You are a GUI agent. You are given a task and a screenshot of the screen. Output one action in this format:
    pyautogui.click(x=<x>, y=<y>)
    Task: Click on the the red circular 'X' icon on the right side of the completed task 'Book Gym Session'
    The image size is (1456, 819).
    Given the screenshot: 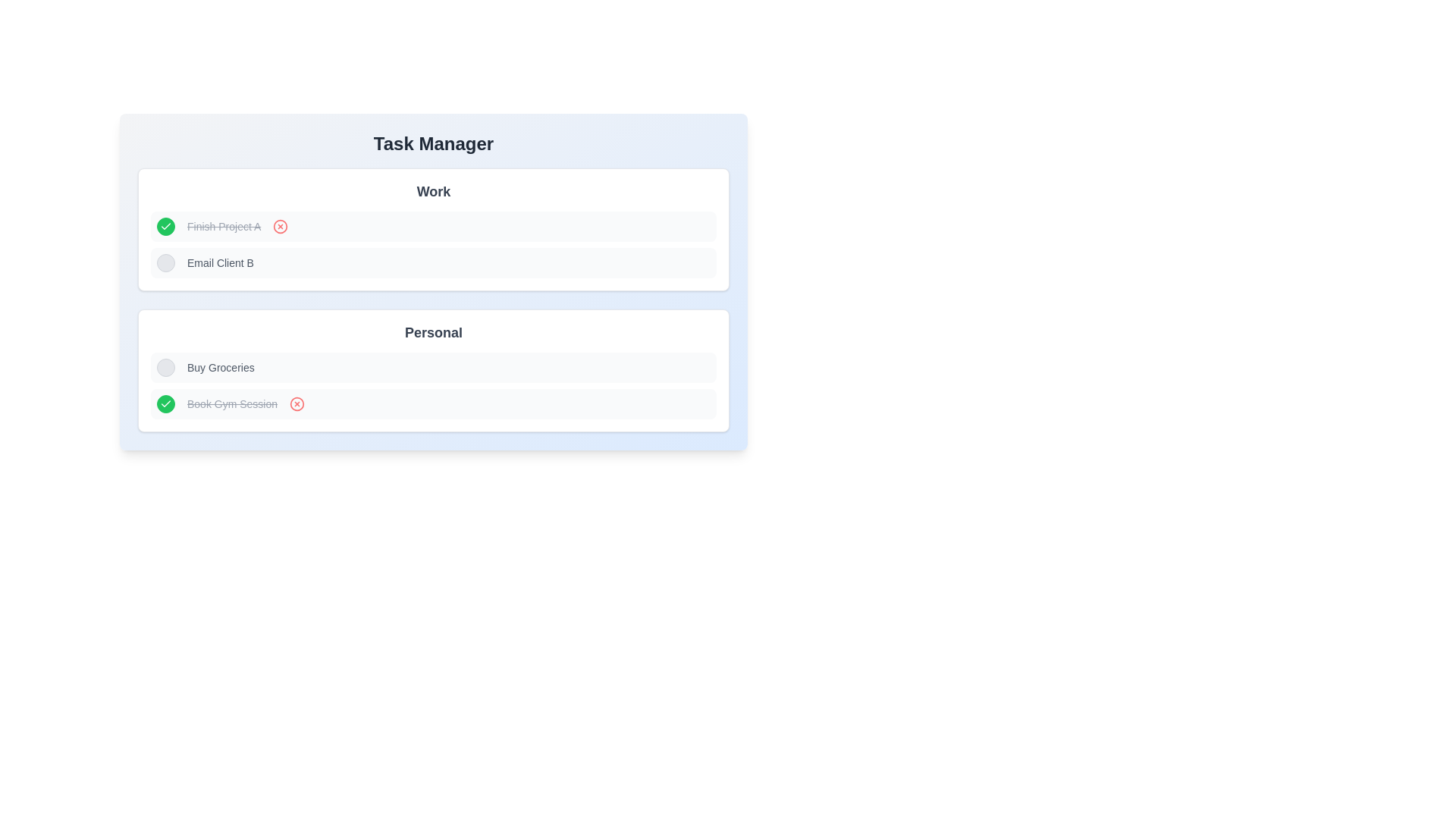 What is the action you would take?
    pyautogui.click(x=432, y=403)
    